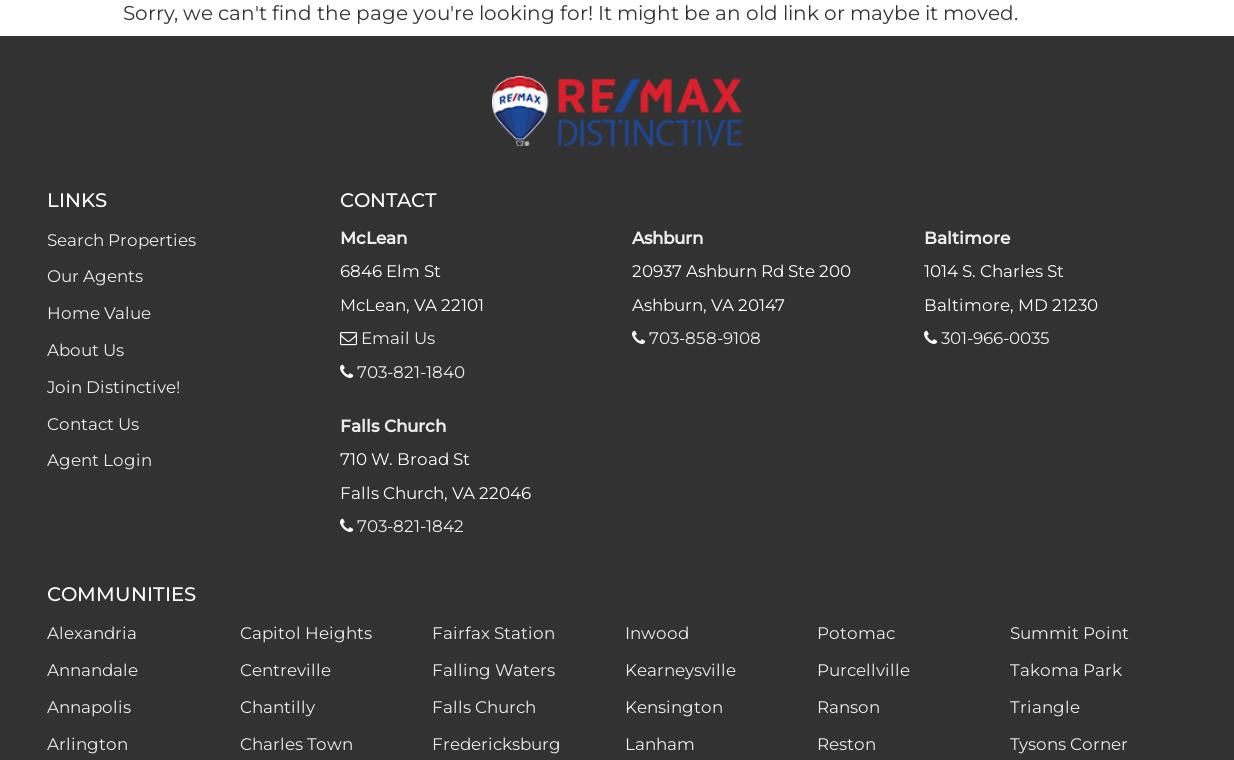 The width and height of the screenshot is (1234, 760). I want to click on 'Ranson', so click(816, 707).